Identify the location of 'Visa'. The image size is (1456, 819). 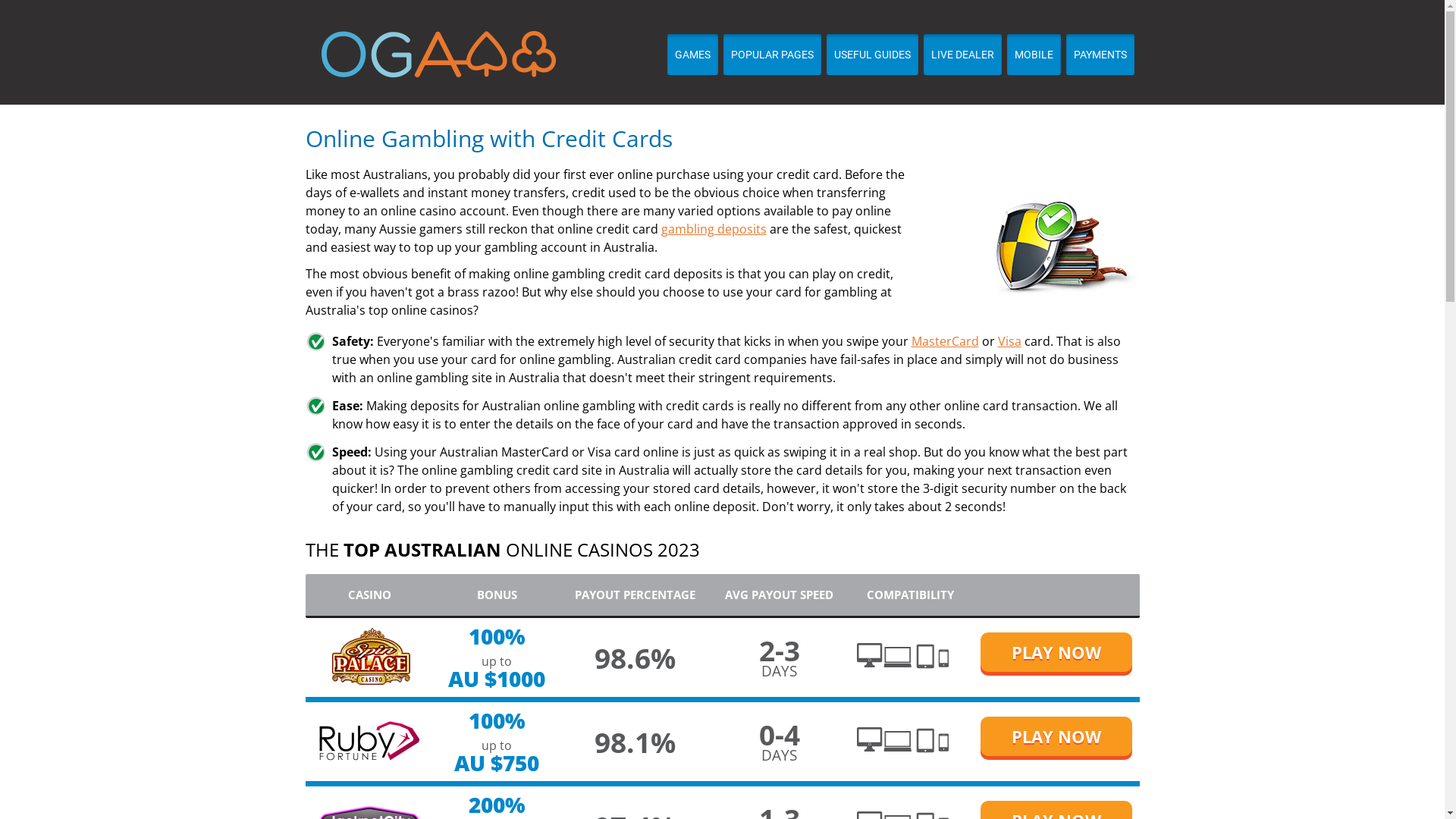
(1009, 341).